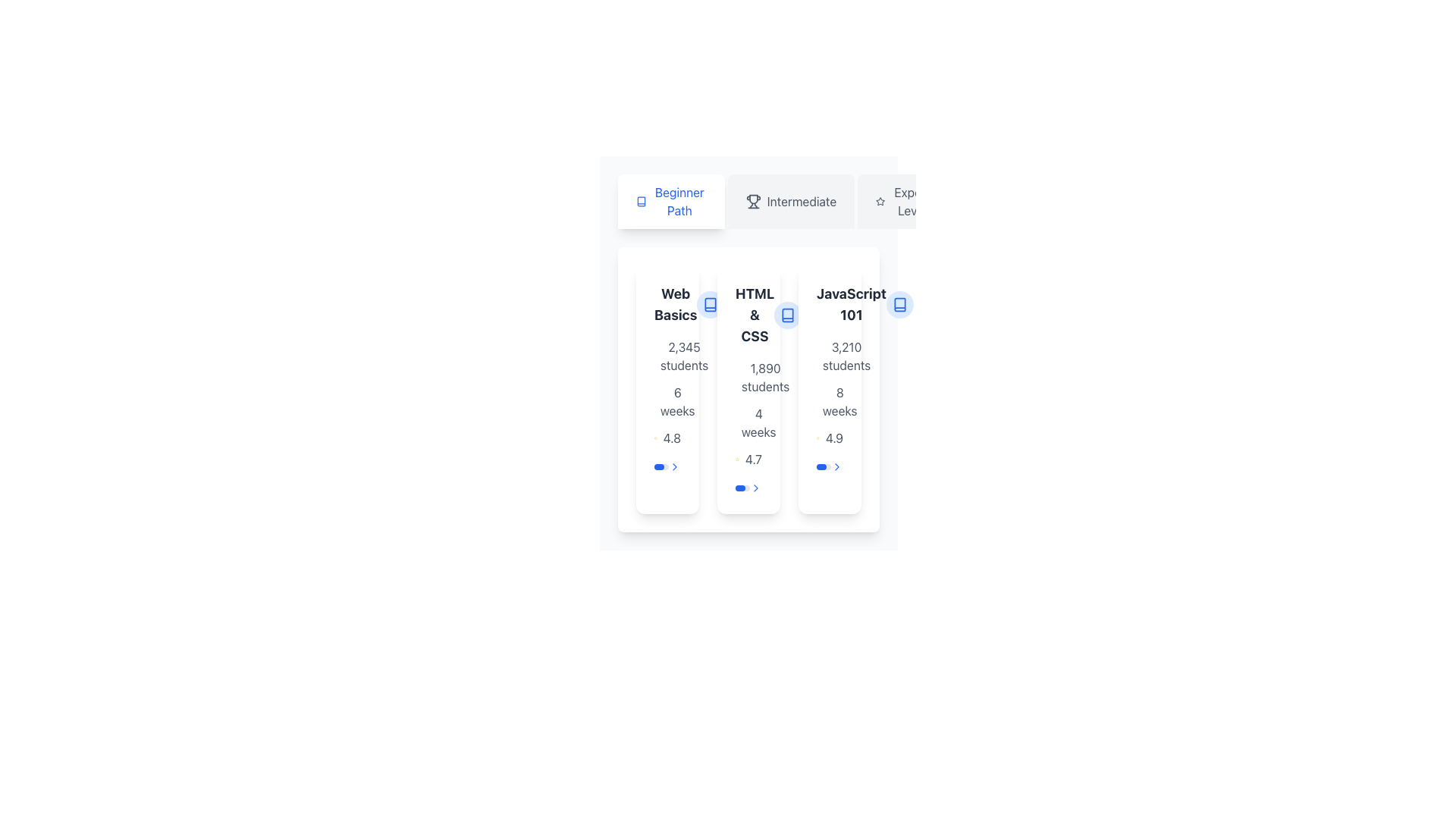 This screenshot has width=1456, height=819. I want to click on displayed number of students enrolled in the course titled 'Web Basics', which is shown in the Text and icon label located within the card detailing the course, so click(667, 356).